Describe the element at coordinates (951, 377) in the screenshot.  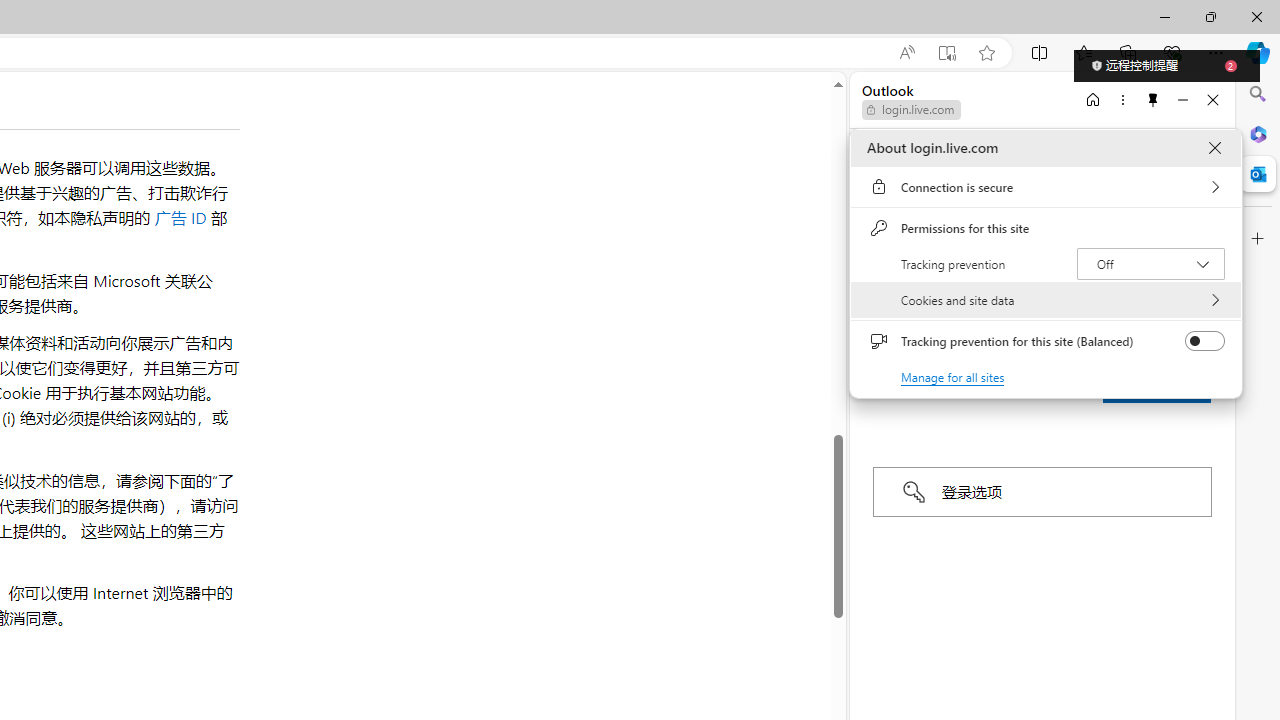
I see `'Manage for all sites'` at that location.